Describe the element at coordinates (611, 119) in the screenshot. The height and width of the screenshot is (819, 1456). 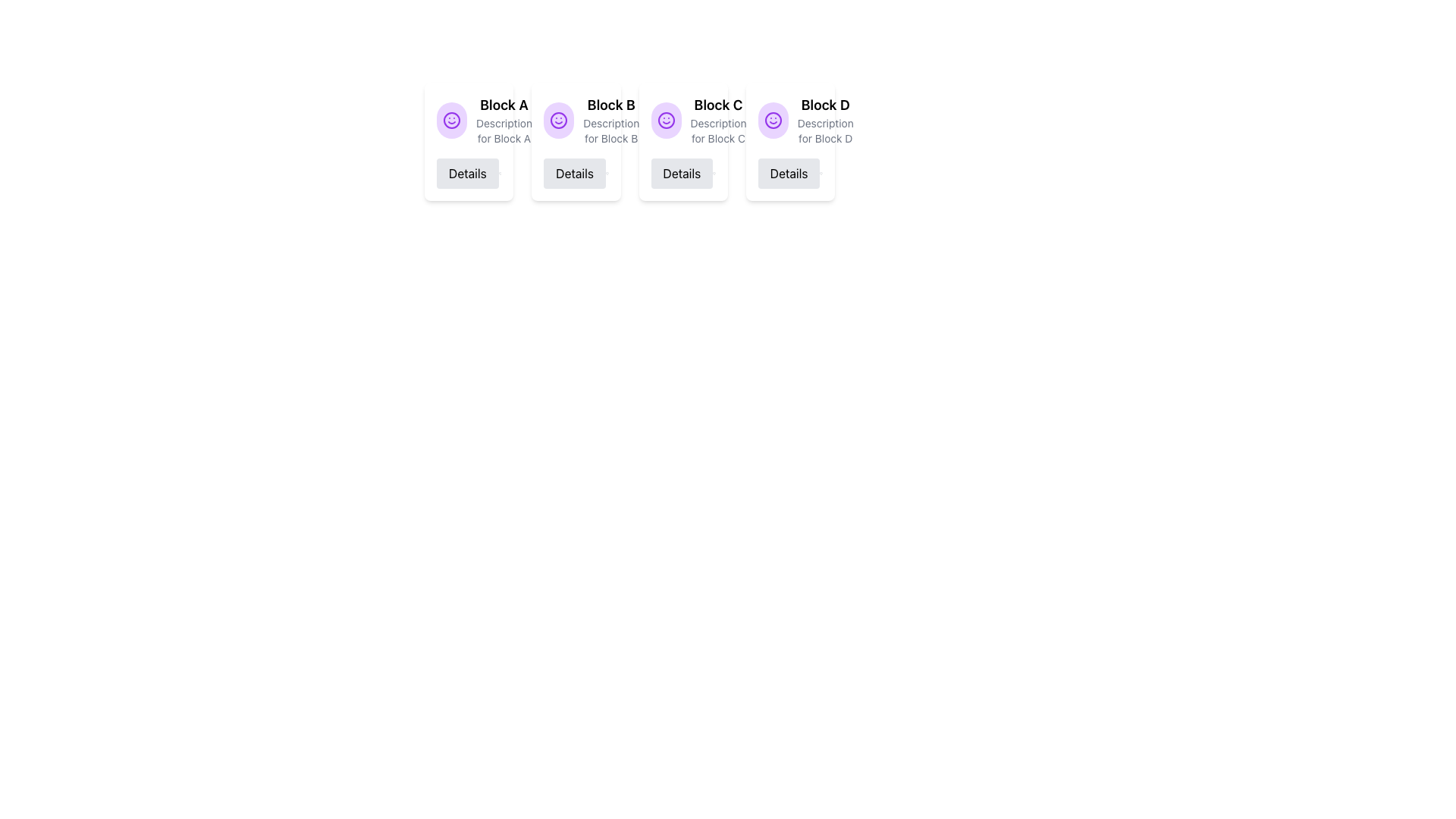
I see `label and description of the Text Label for 'Block B', which is the second item in a horizontal sequence of blocks` at that location.